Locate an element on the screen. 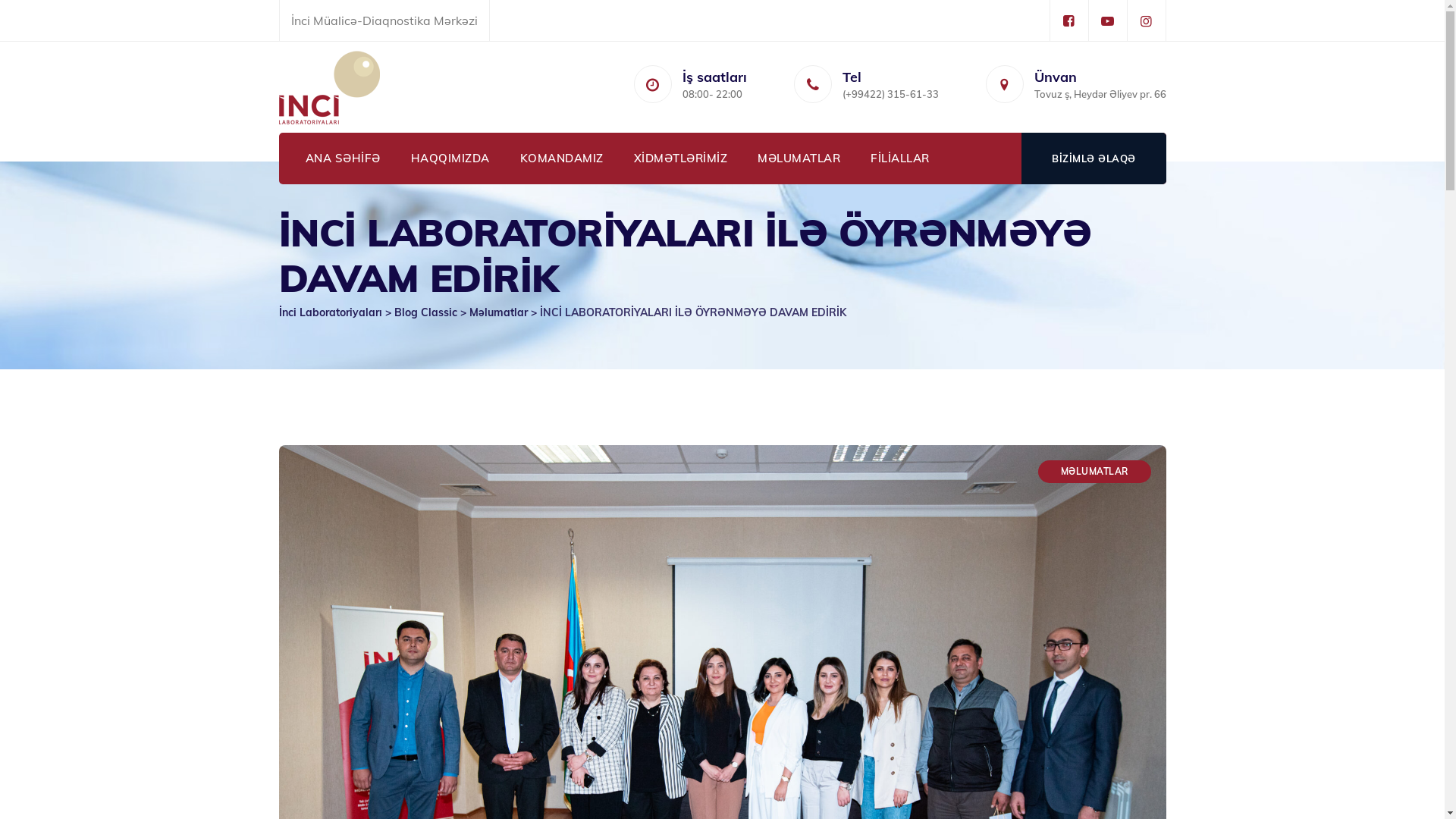  'Tel is located at coordinates (890, 87).